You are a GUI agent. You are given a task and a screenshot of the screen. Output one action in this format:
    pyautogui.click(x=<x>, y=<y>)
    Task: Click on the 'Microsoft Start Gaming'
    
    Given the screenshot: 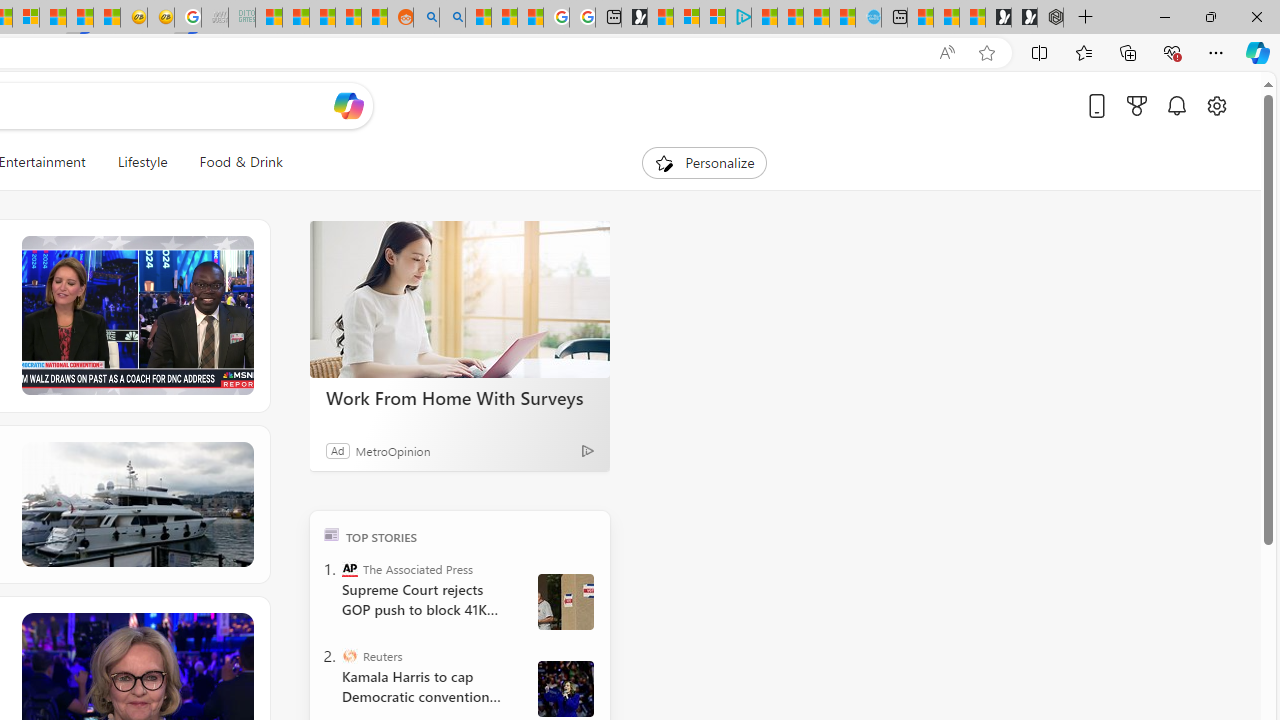 What is the action you would take?
    pyautogui.click(x=633, y=17)
    